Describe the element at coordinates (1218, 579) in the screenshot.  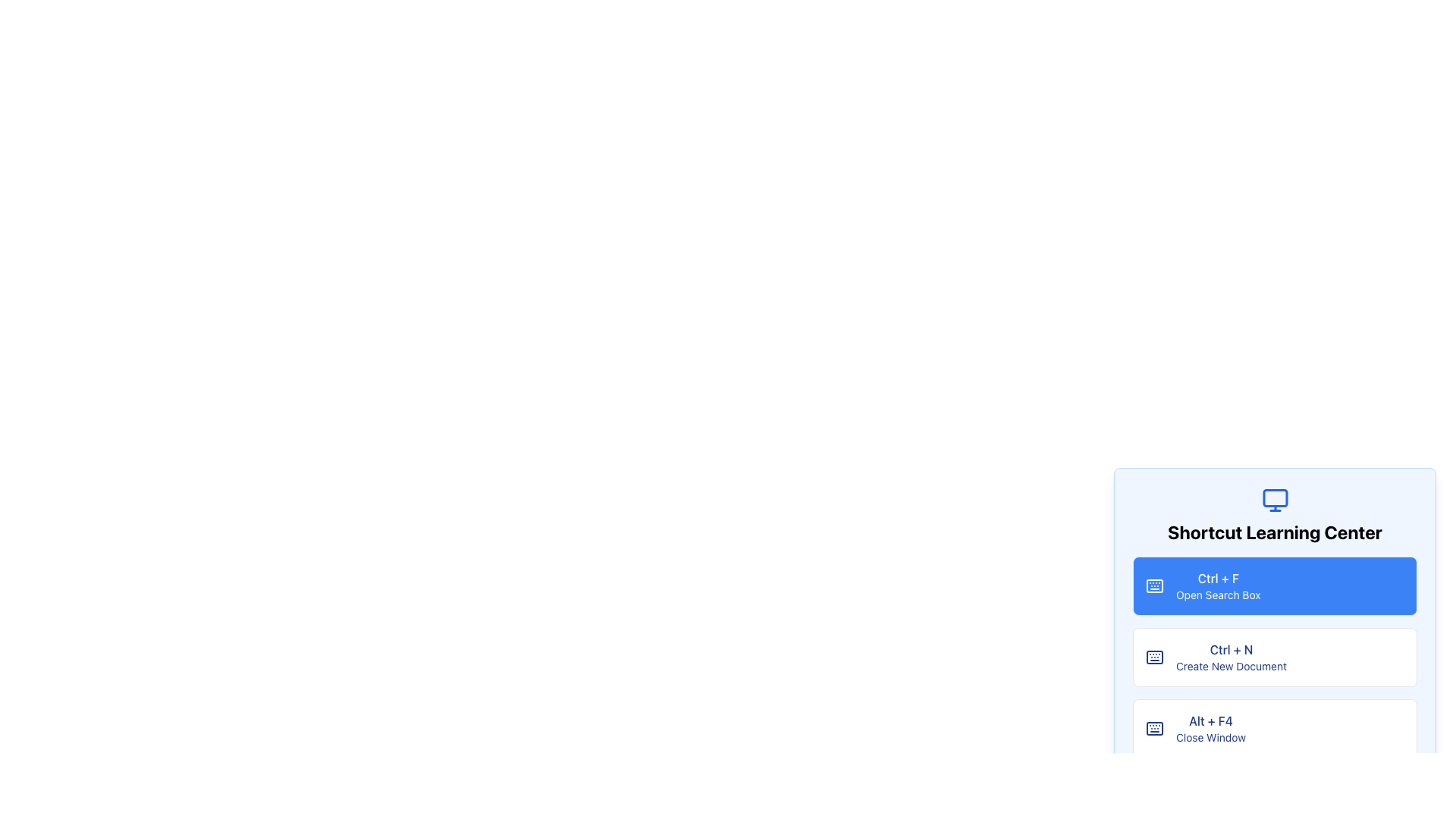
I see `the text label displaying 'Ctrl + F' in white font on a blue background, positioned at the top of the Shortcut Learning Center section` at that location.